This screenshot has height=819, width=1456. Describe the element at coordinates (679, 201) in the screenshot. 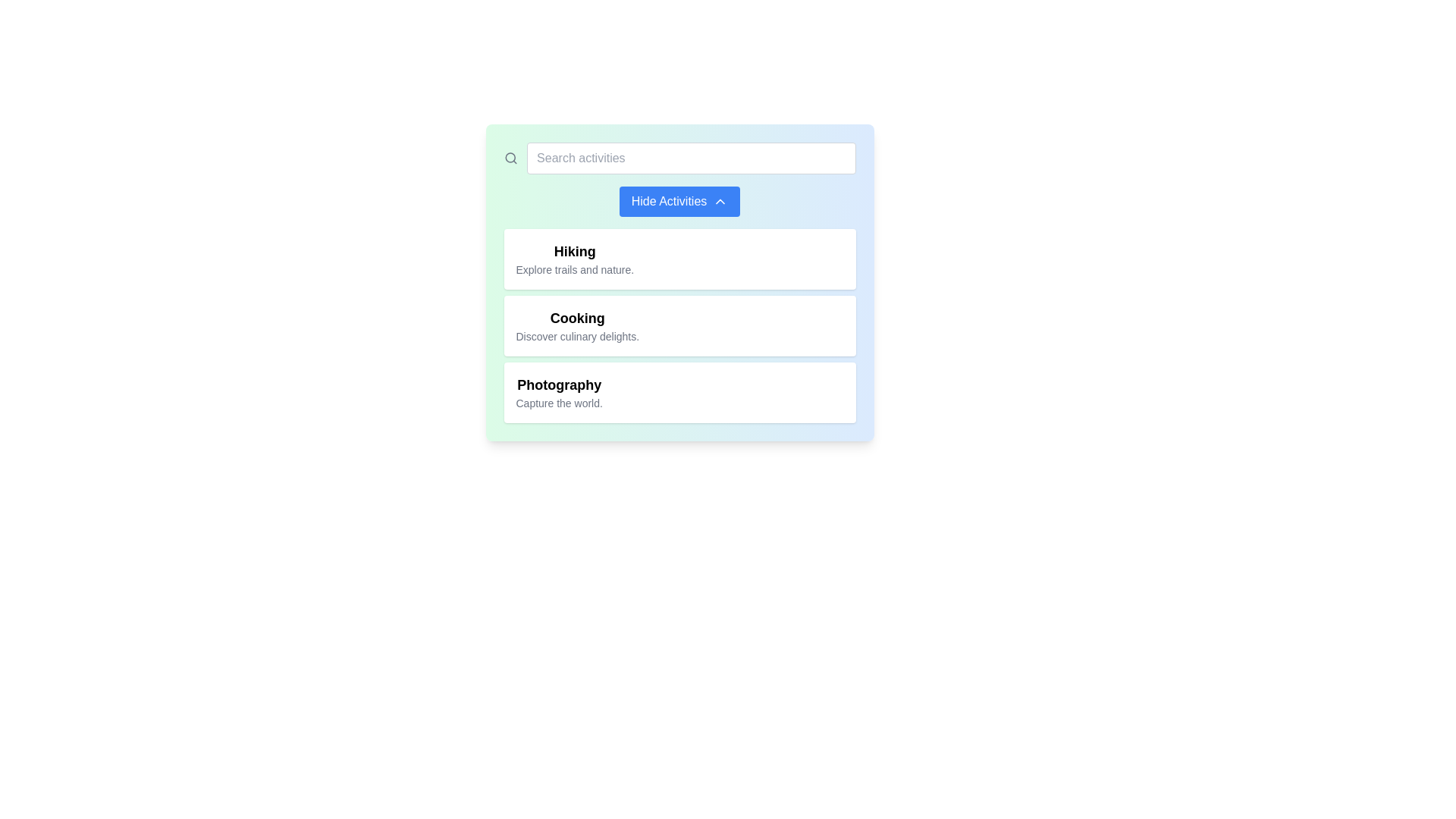

I see `the second button located below the search bar, which toggles the visibility of the activities 'Hiking,' 'Cooking,' and 'Photography.'` at that location.